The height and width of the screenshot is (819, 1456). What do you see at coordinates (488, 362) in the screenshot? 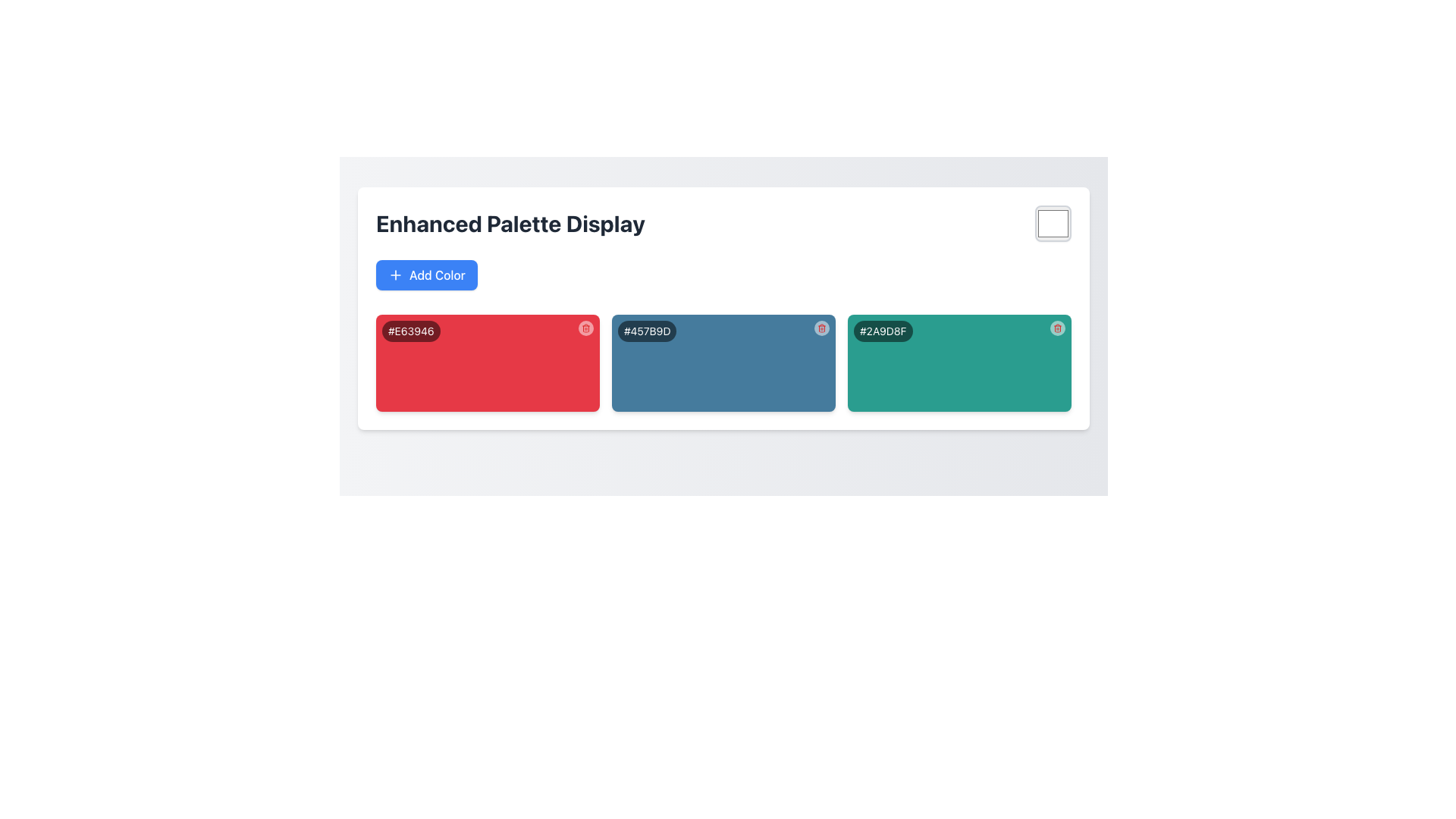
I see `the Color palette display rectangle with a red background and label '#E63946'` at bounding box center [488, 362].